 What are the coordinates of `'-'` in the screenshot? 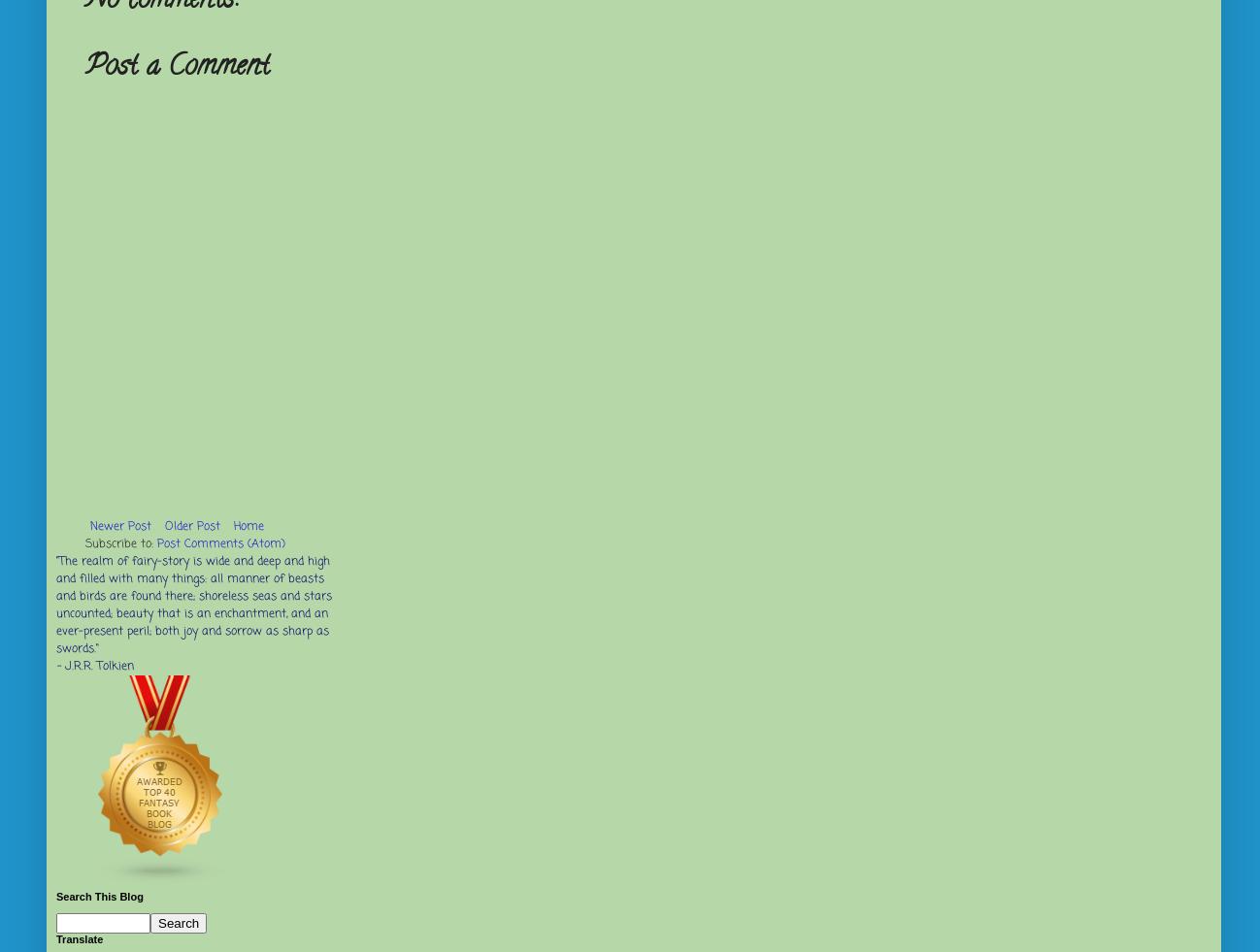 It's located at (59, 666).